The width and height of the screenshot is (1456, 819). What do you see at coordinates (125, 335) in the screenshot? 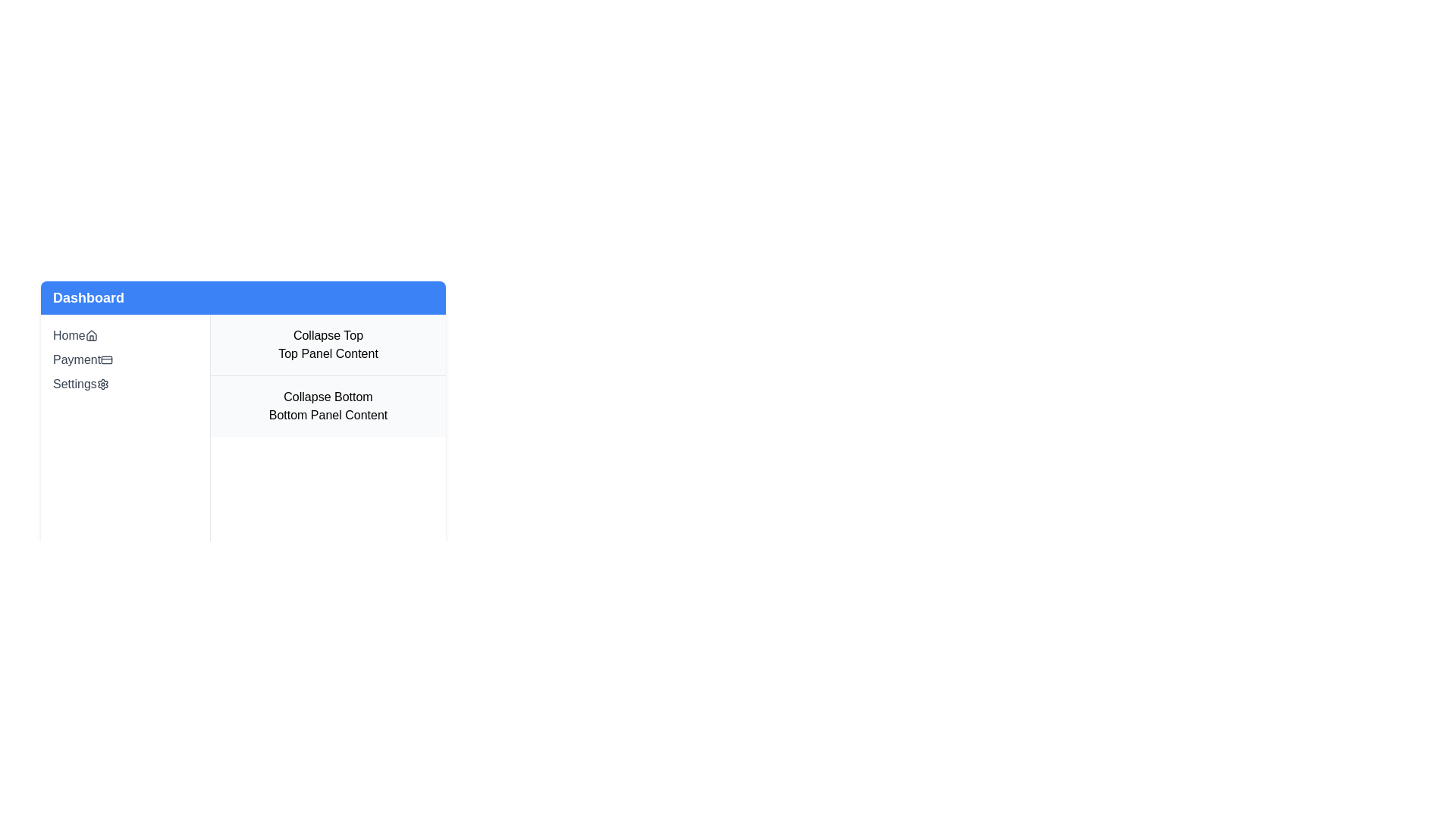
I see `the 'Home' navigation button located in the left sidebar` at bounding box center [125, 335].